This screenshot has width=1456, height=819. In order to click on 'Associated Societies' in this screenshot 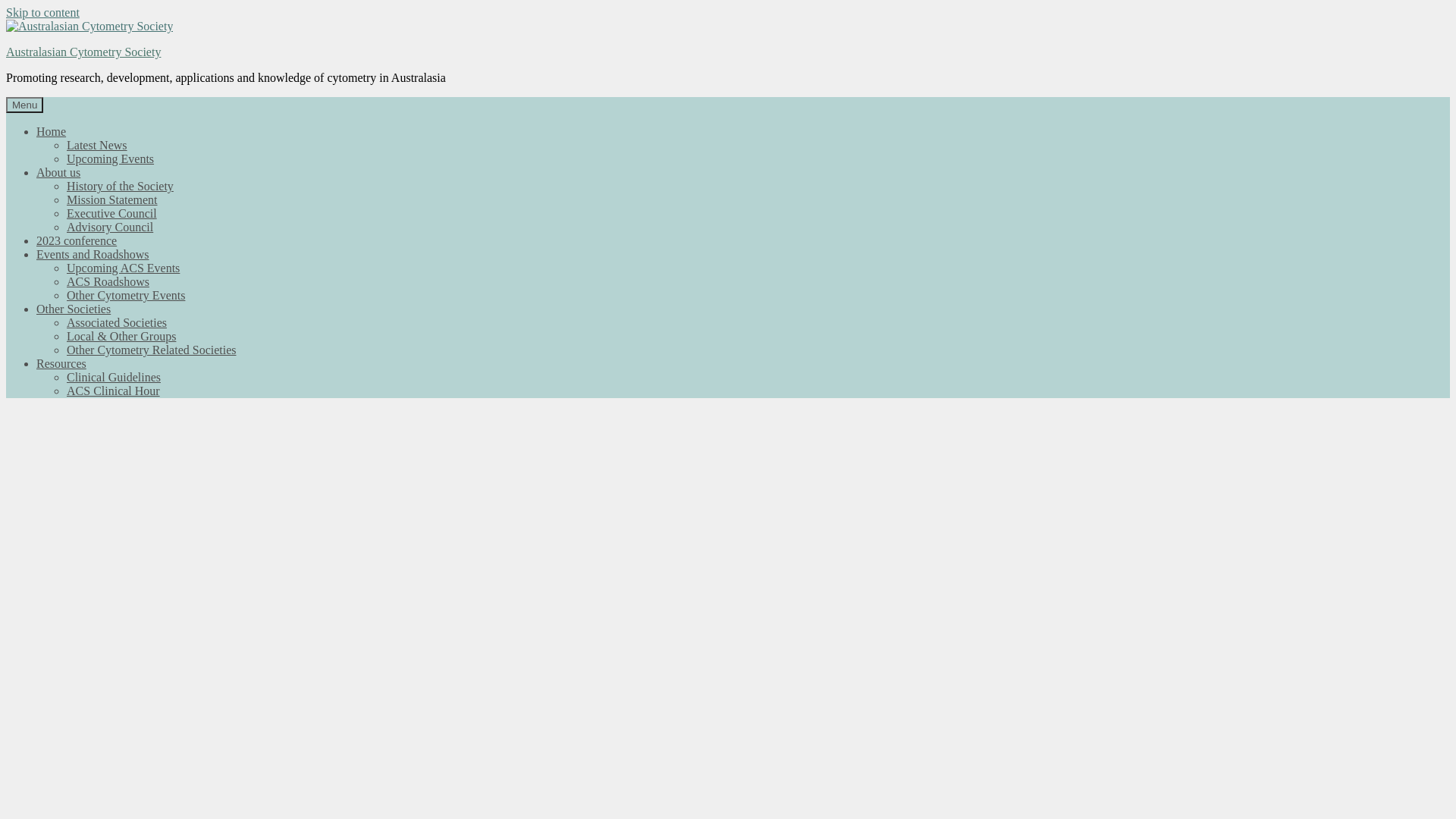, I will do `click(65, 322)`.